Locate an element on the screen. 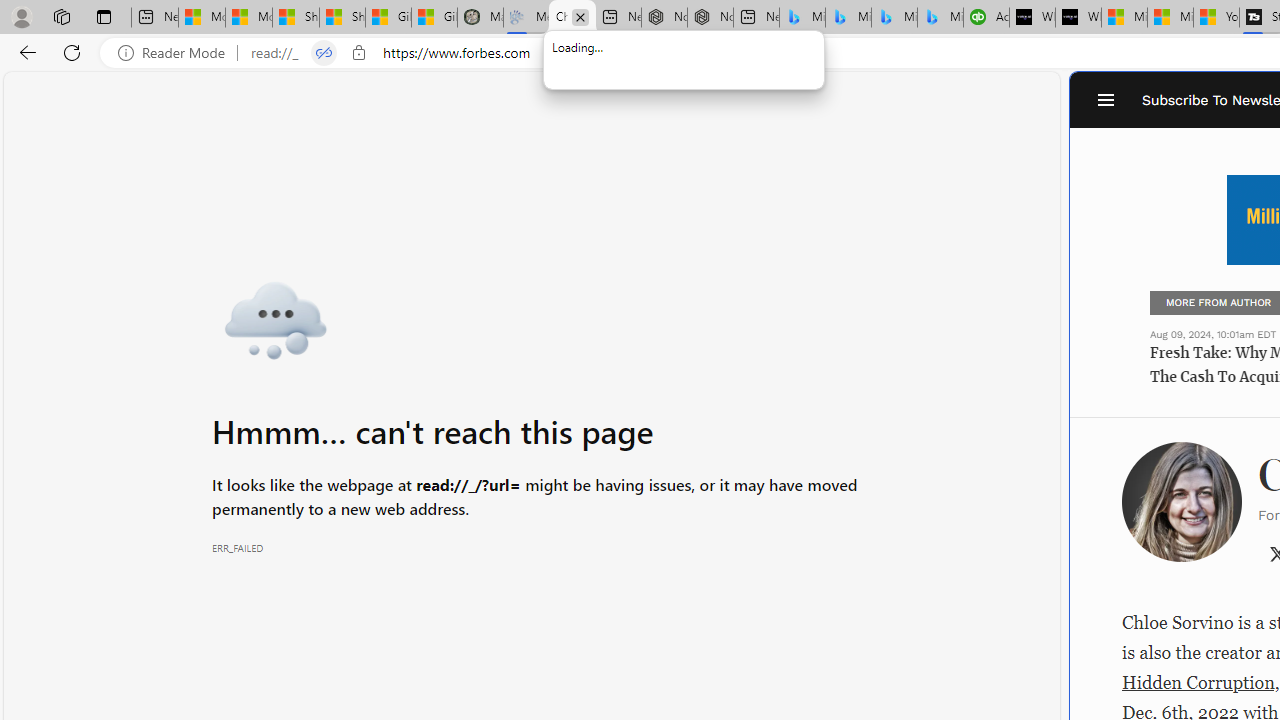 The image size is (1280, 720). 'Microsoft Bing Travel - Shangri-La Hotel Bangkok' is located at coordinates (939, 17).